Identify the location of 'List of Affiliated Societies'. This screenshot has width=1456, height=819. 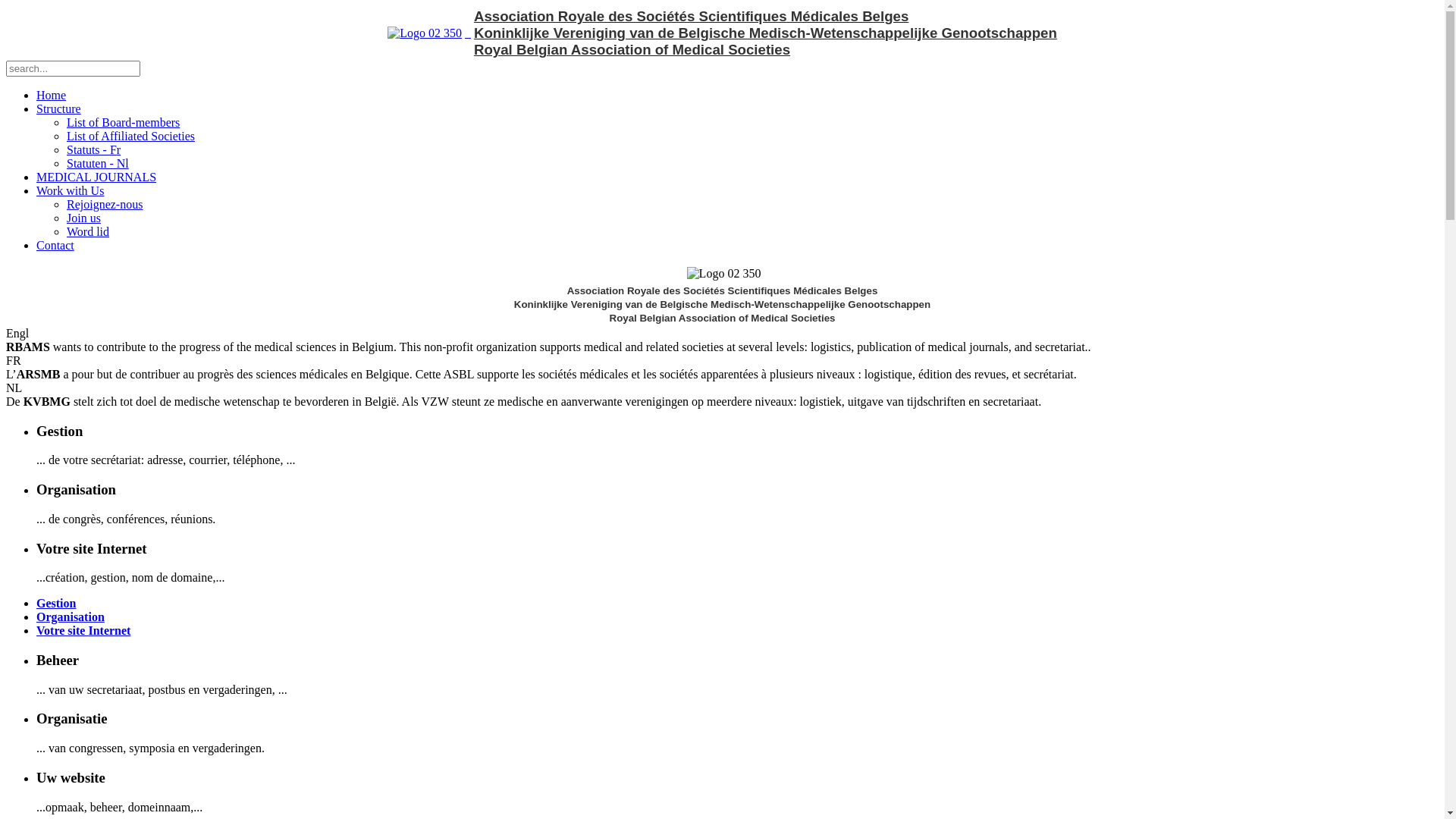
(65, 135).